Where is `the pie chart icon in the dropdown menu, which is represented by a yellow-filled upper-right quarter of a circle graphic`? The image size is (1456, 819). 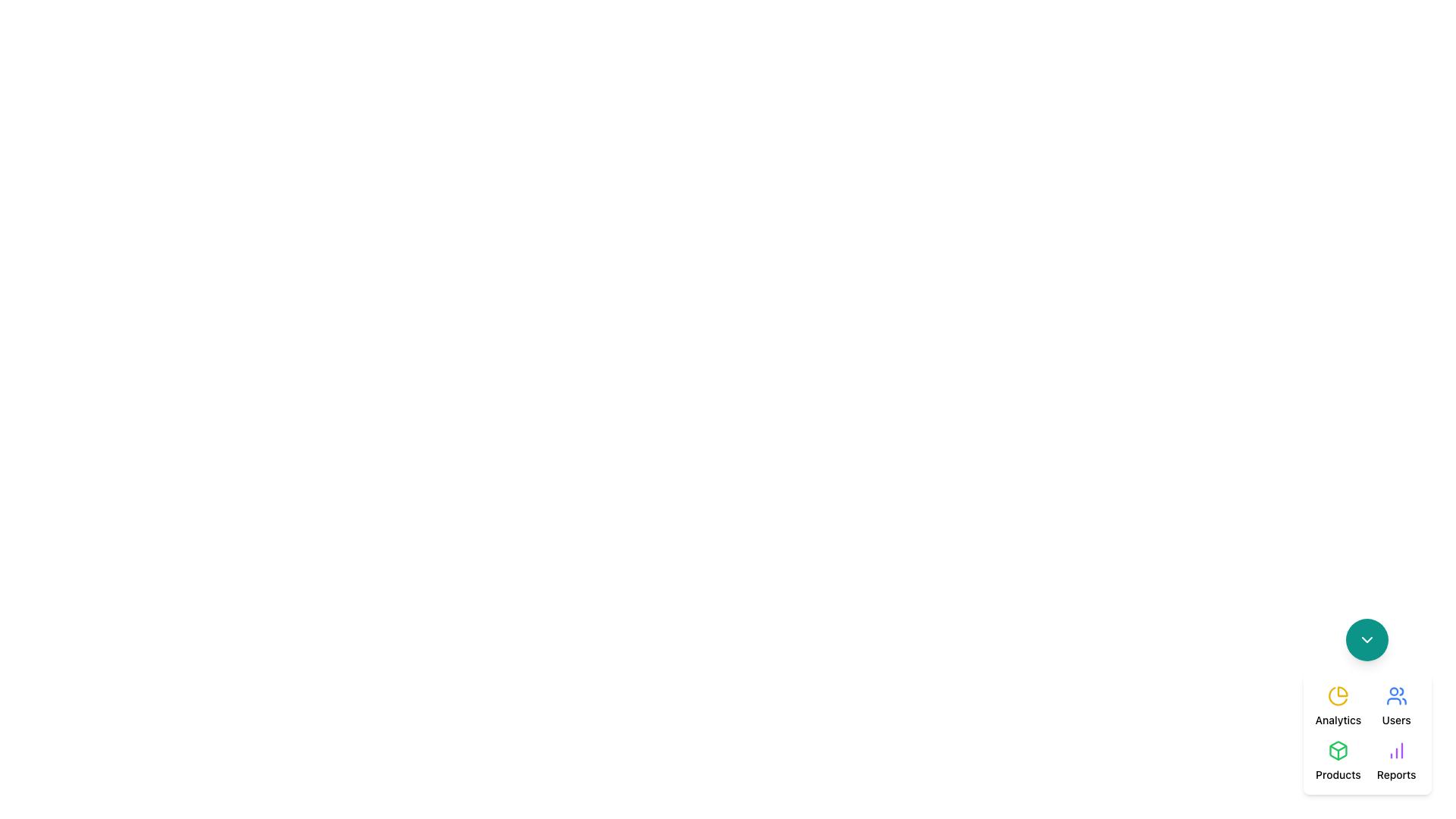 the pie chart icon in the dropdown menu, which is represented by a yellow-filled upper-right quarter of a circle graphic is located at coordinates (1342, 692).